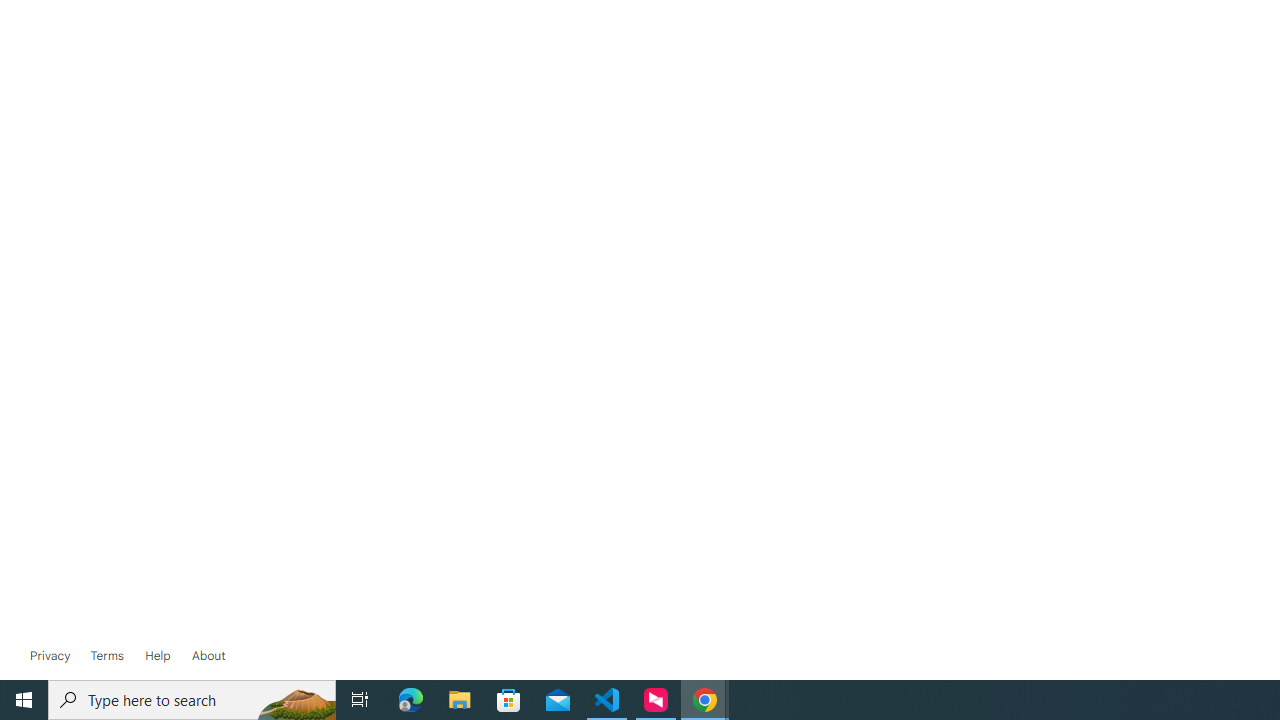 The height and width of the screenshot is (720, 1280). I want to click on 'Learn more about Google Account', so click(208, 655).